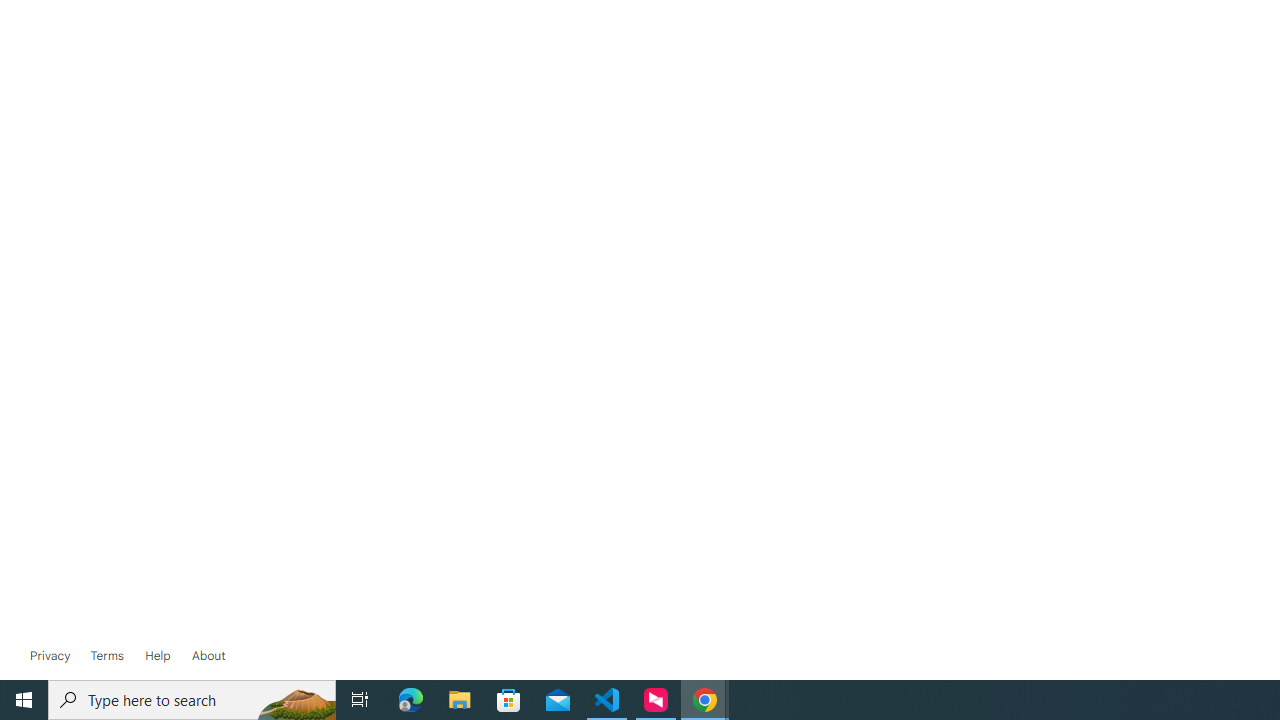 The height and width of the screenshot is (720, 1280). I want to click on 'Learn more about Google Account', so click(208, 655).